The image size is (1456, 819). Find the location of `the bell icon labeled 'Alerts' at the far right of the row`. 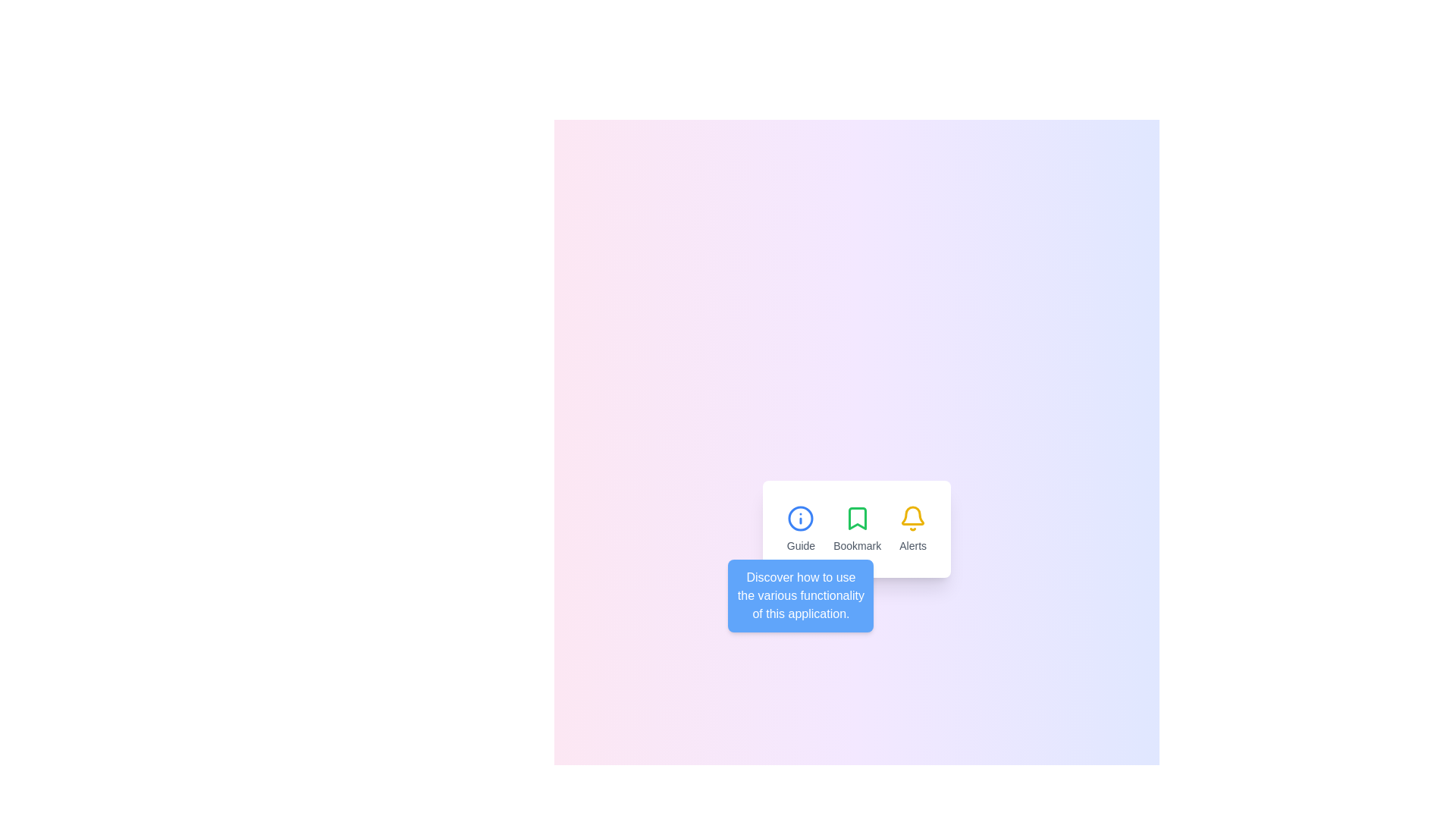

the bell icon labeled 'Alerts' at the far right of the row is located at coordinates (912, 529).